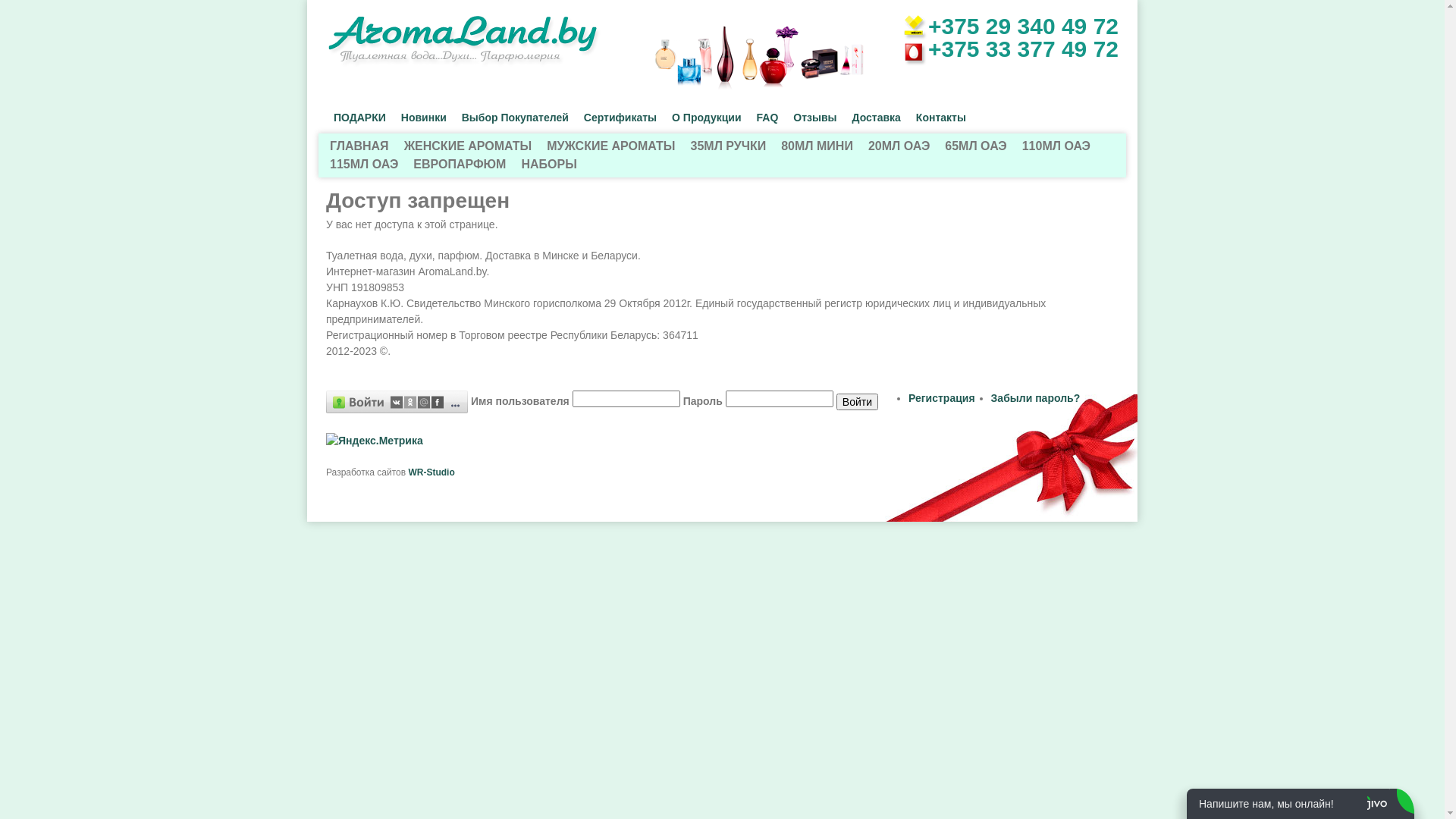 The image size is (1456, 819). I want to click on '+375 29 340 49 72', so click(1023, 26).